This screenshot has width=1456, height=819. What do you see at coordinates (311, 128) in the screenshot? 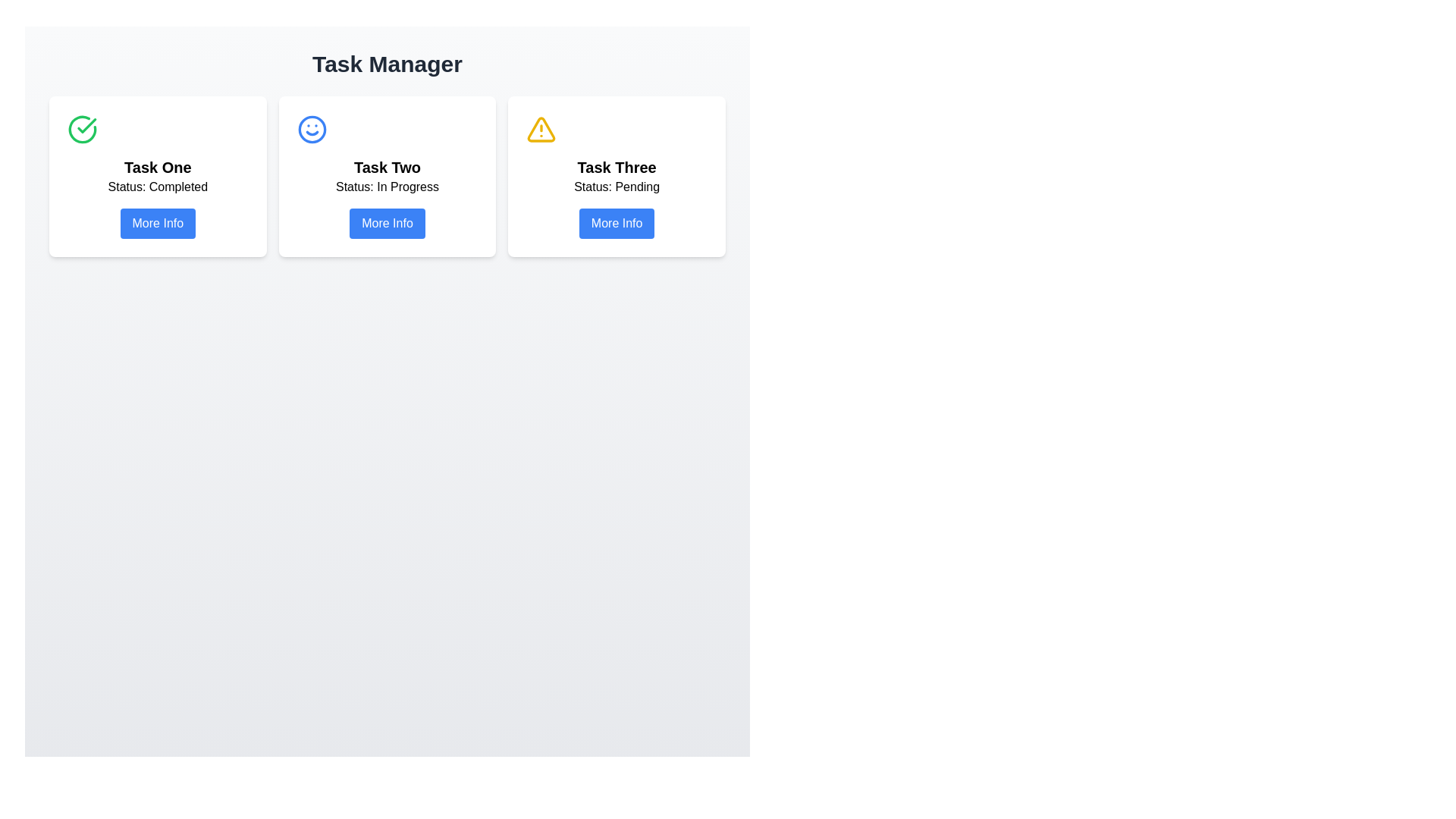
I see `the blue smiley icon located at the top-left corner inside the card for 'Task Two', positioned above the text 'Task Two' and 'Status: In Progress'` at bounding box center [311, 128].